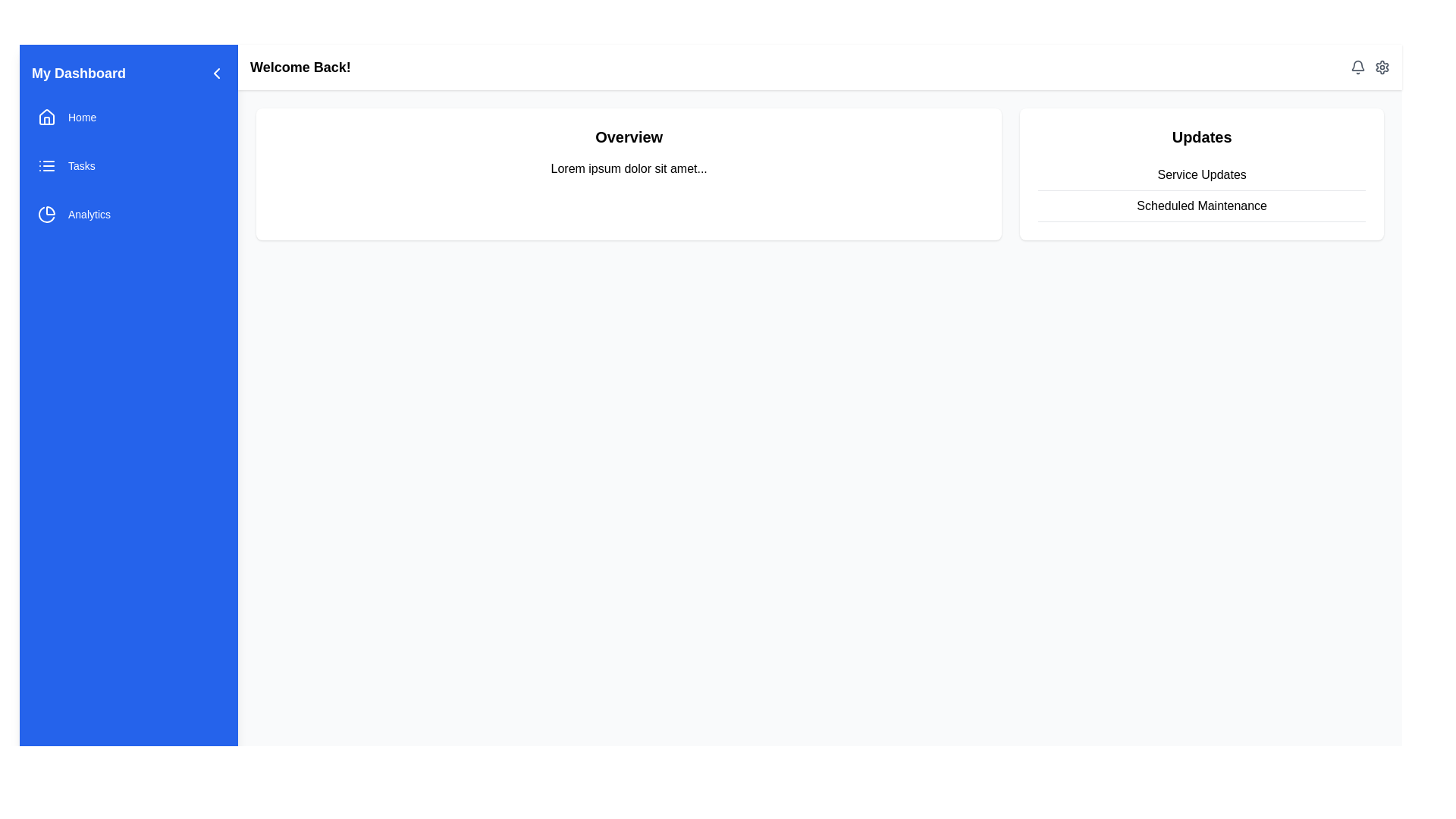  What do you see at coordinates (128, 166) in the screenshot?
I see `the 'Tasks' menu item in the sidebar` at bounding box center [128, 166].